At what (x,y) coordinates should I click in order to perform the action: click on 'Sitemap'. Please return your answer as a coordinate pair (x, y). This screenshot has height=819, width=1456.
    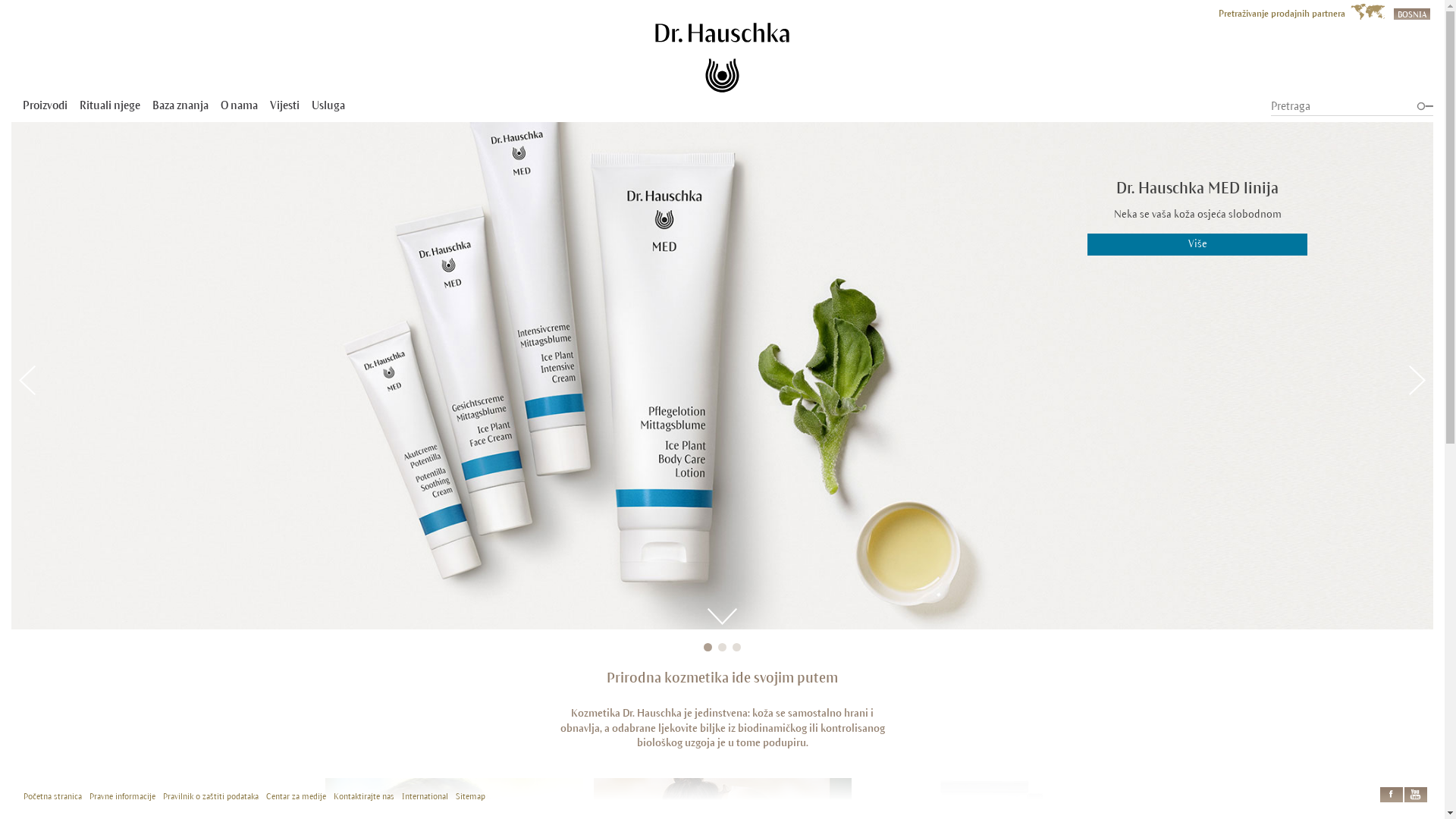
    Looking at the image, I should click on (469, 795).